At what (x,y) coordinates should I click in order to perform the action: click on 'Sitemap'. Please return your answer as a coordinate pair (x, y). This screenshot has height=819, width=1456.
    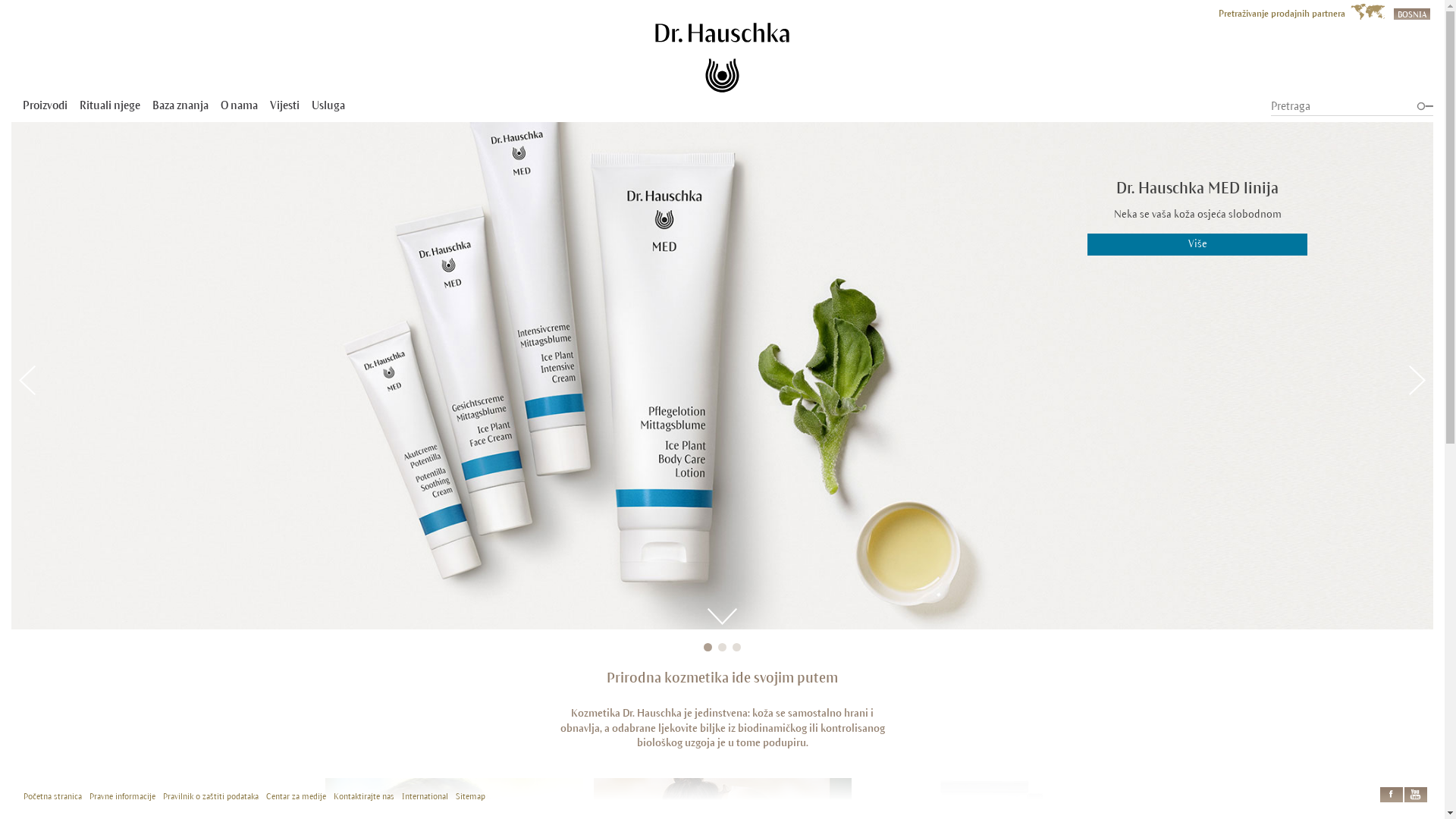
    Looking at the image, I should click on (469, 795).